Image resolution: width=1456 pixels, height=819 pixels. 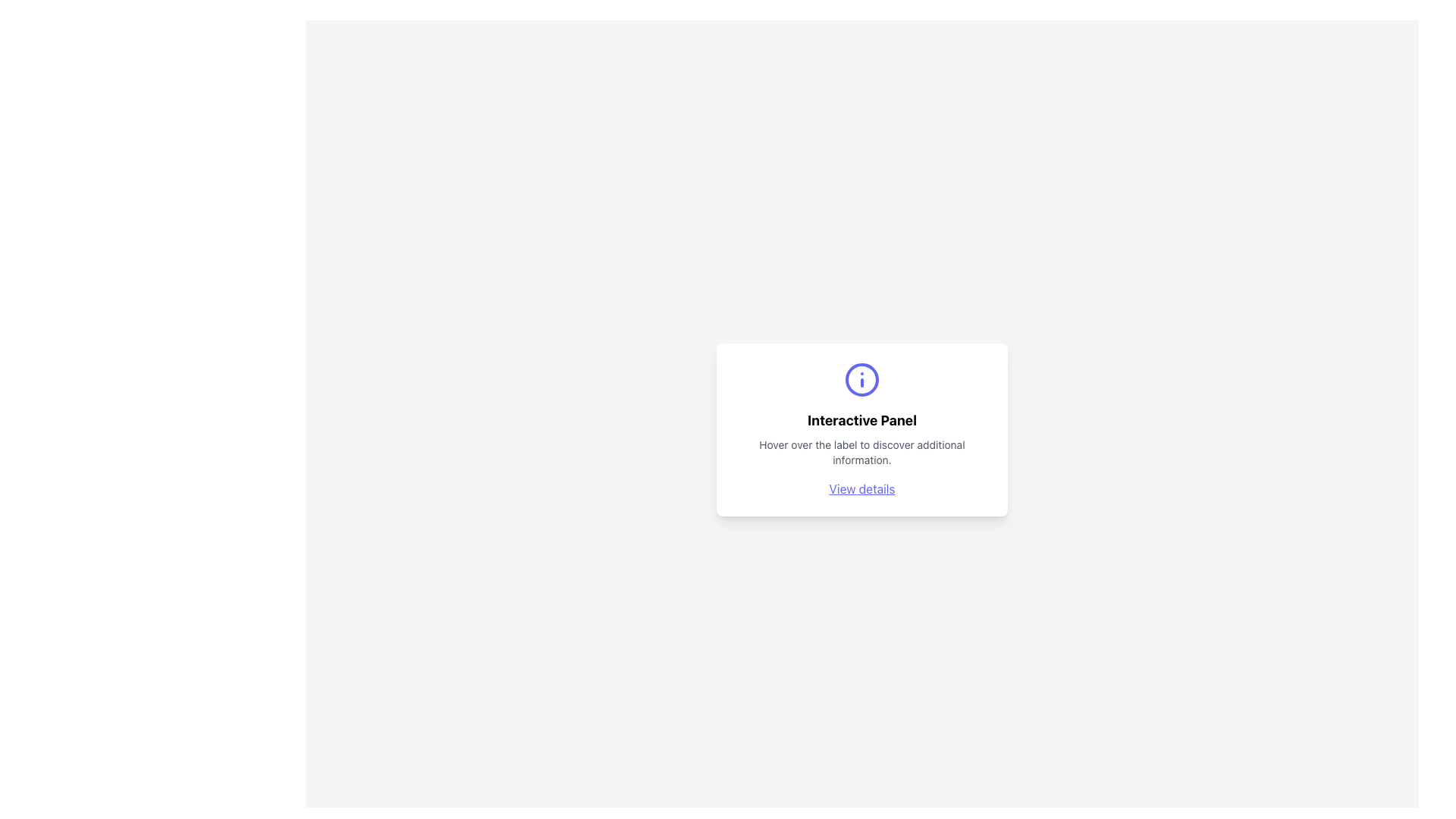 What do you see at coordinates (862, 379) in the screenshot?
I see `the circular blue icon with an 'i' symbol in the center, which is located at the top of the content card` at bounding box center [862, 379].